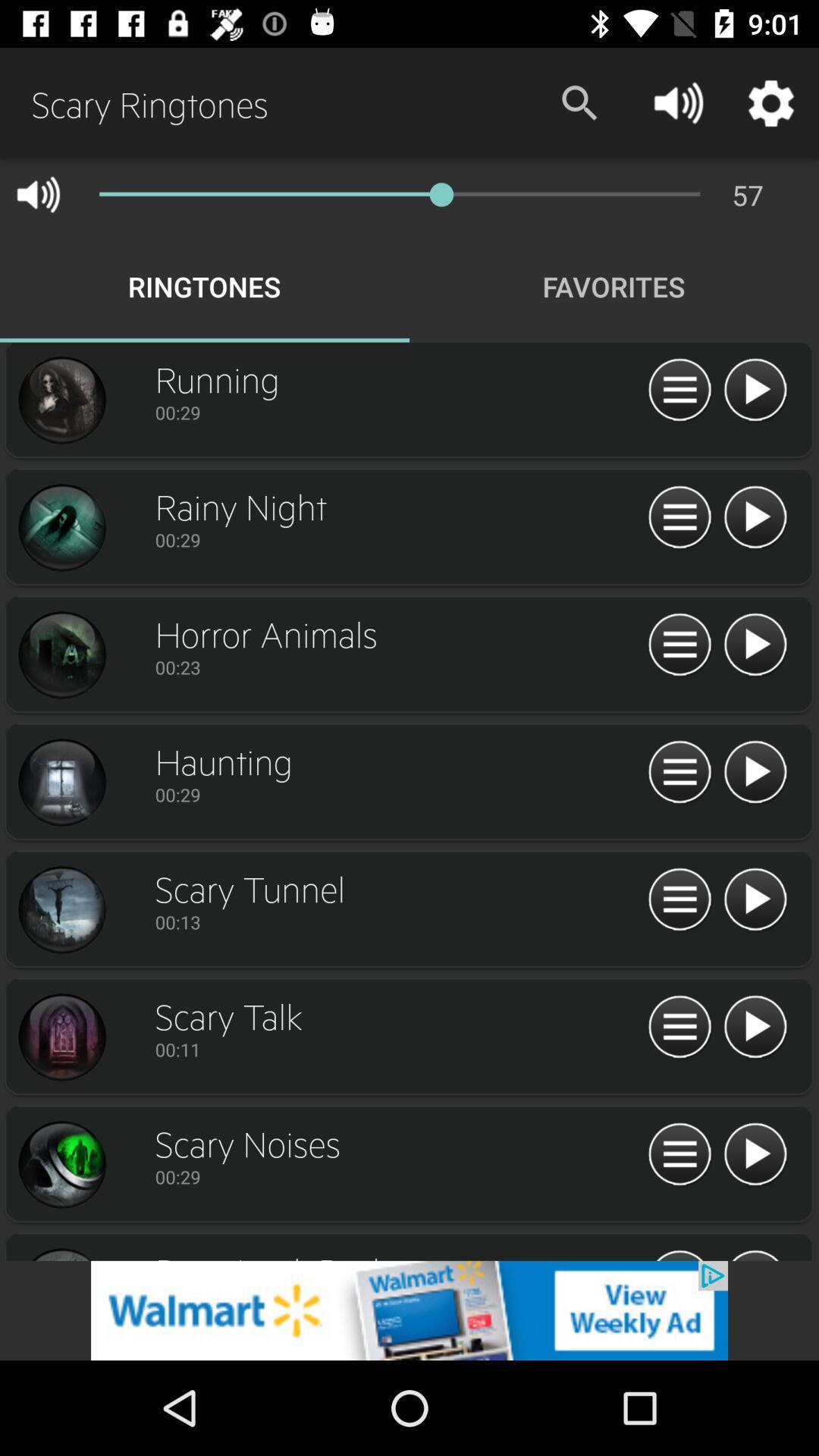 This screenshot has height=1456, width=819. I want to click on haunting, so click(61, 783).